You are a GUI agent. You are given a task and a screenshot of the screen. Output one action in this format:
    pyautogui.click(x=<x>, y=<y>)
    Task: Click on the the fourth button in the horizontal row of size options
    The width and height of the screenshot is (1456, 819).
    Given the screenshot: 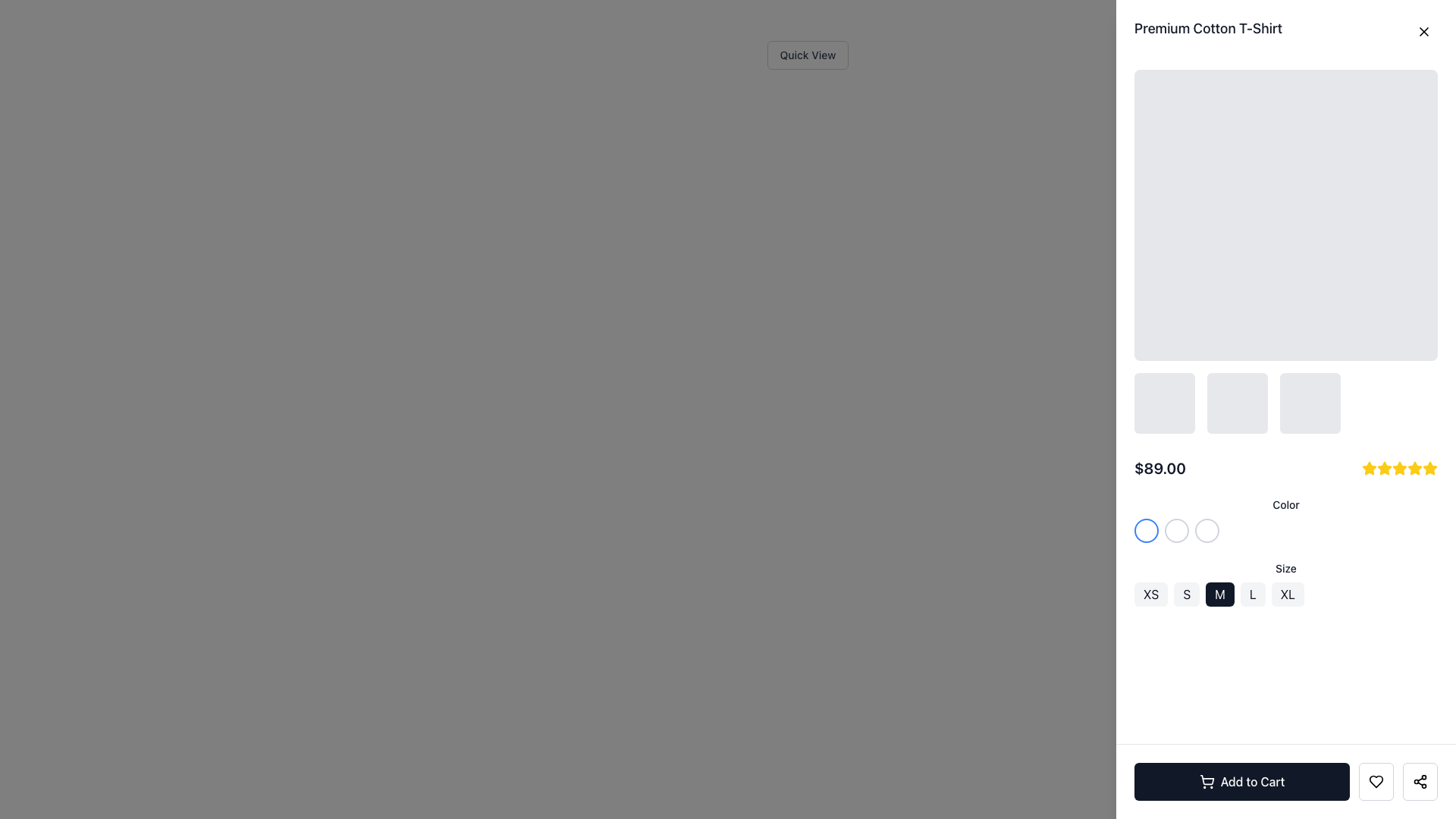 What is the action you would take?
    pyautogui.click(x=1252, y=593)
    